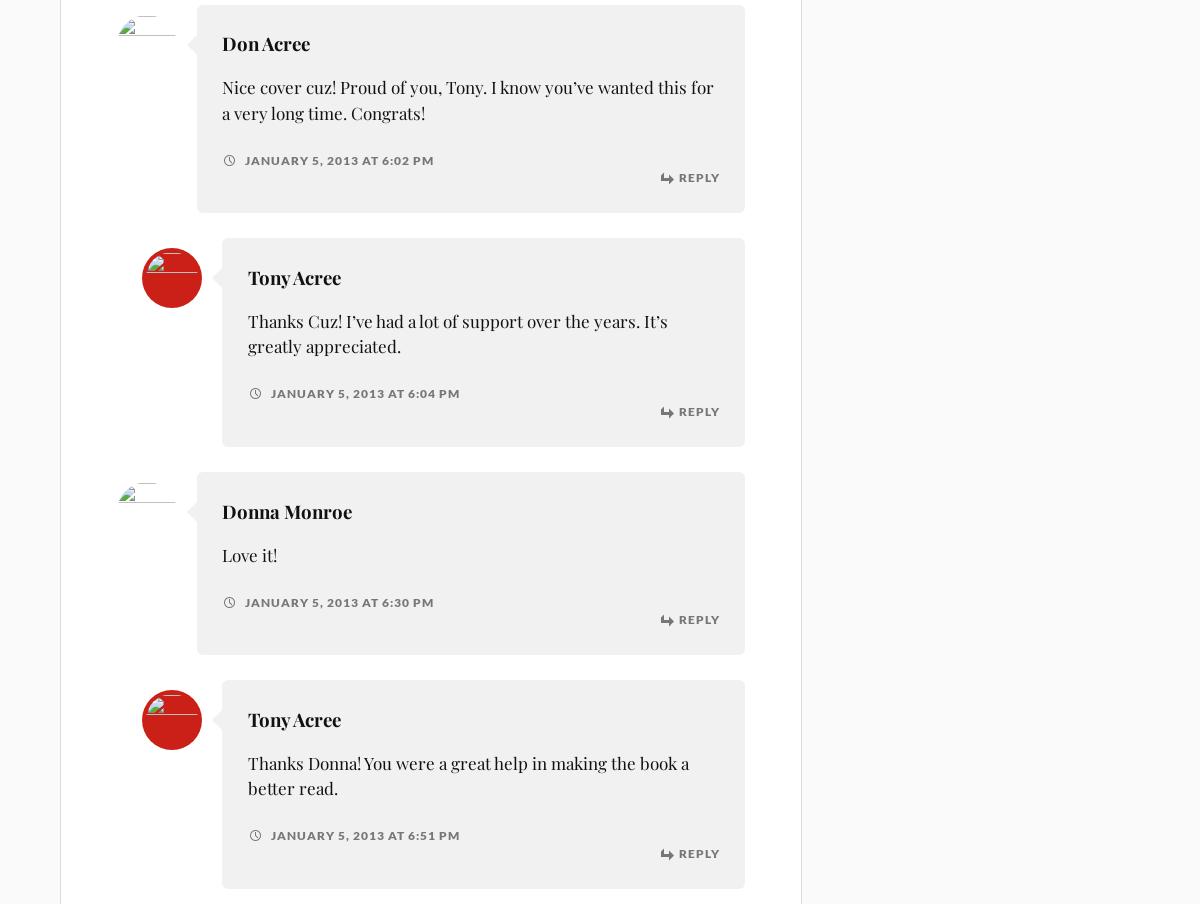 The height and width of the screenshot is (904, 1200). Describe the element at coordinates (363, 392) in the screenshot. I see `'January 5, 2013 at 6:04 pm'` at that location.